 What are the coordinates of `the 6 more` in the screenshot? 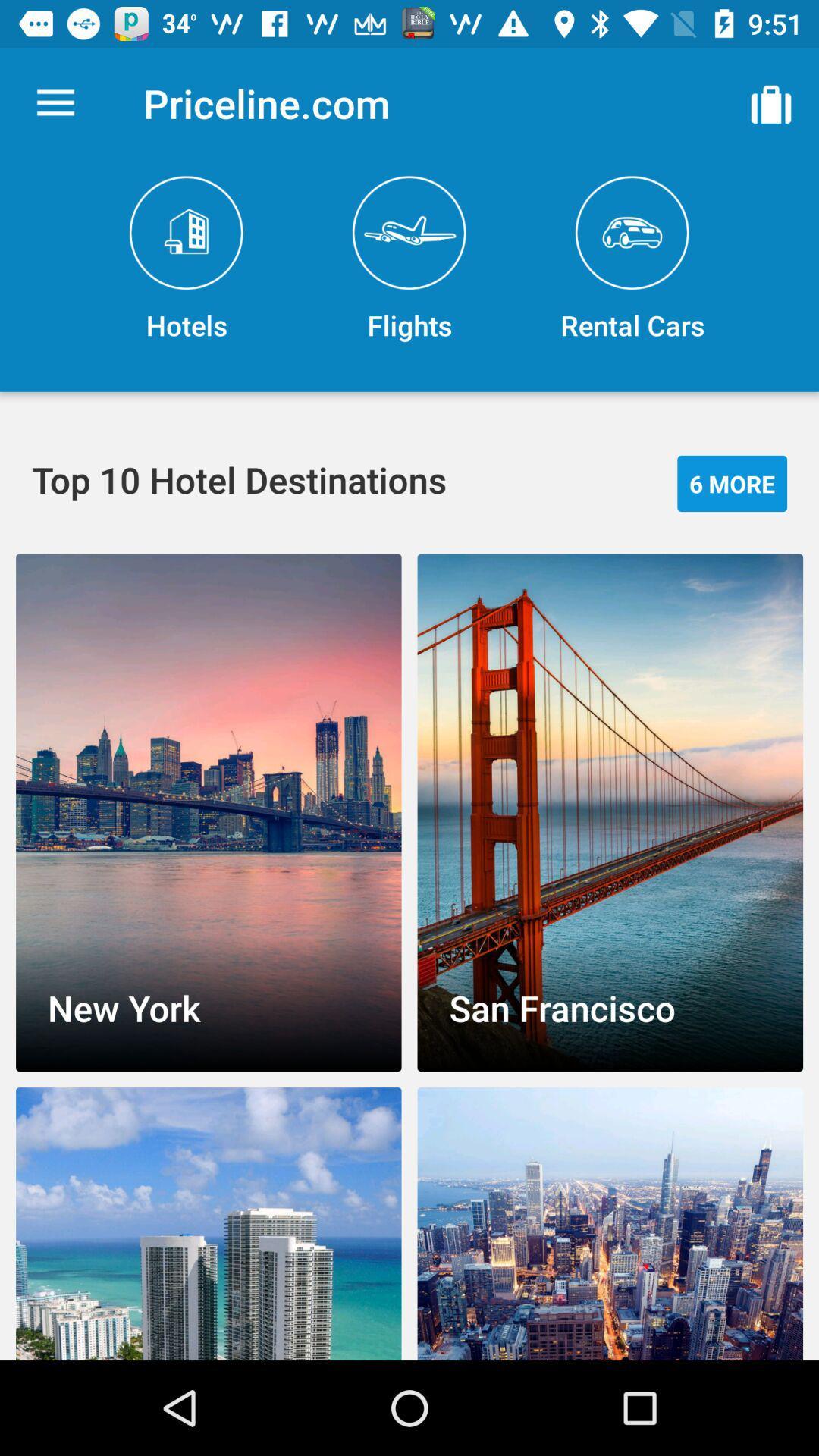 It's located at (731, 482).